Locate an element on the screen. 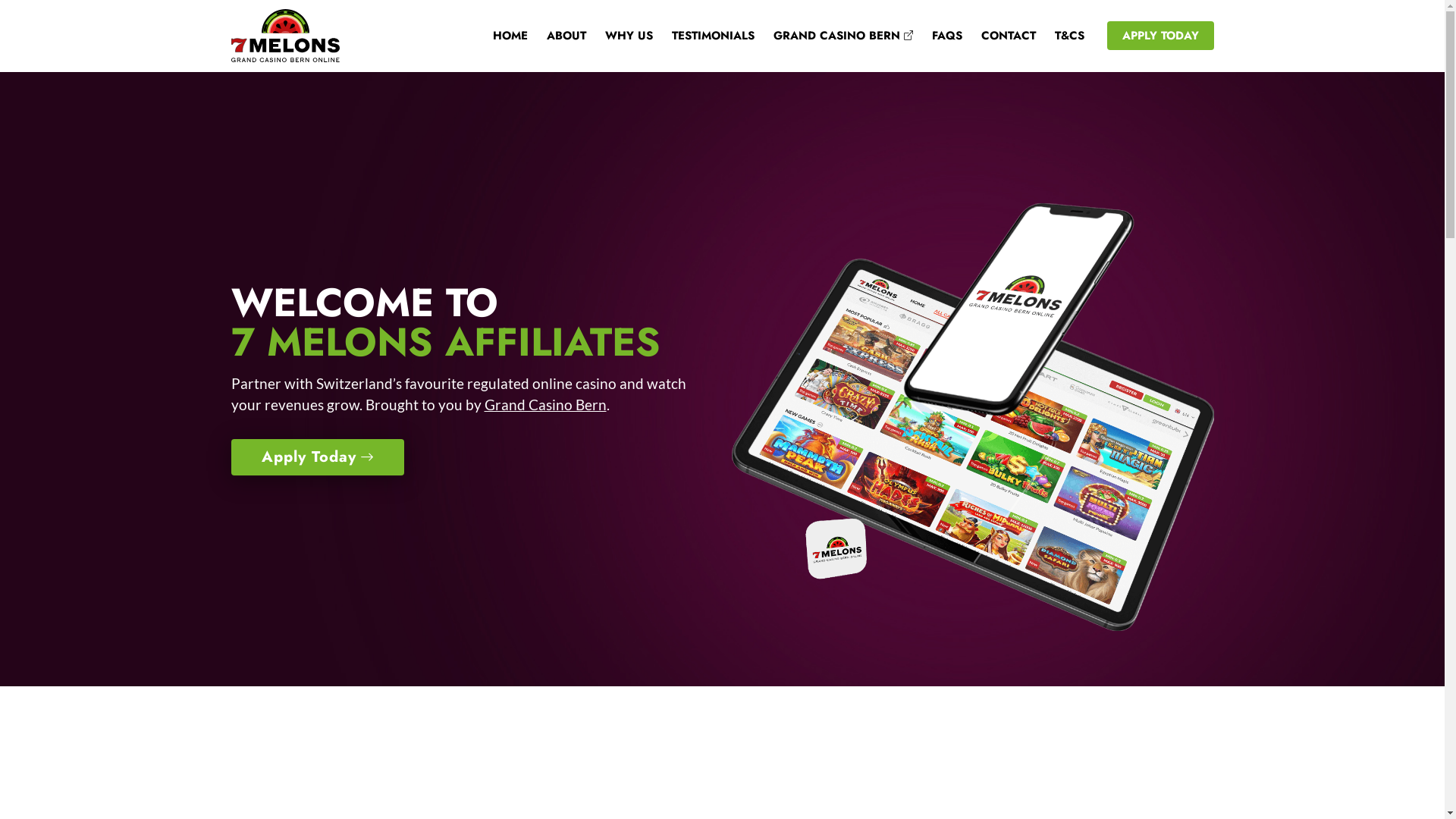 The width and height of the screenshot is (1456, 819). 'ABOUT' is located at coordinates (528, 35).